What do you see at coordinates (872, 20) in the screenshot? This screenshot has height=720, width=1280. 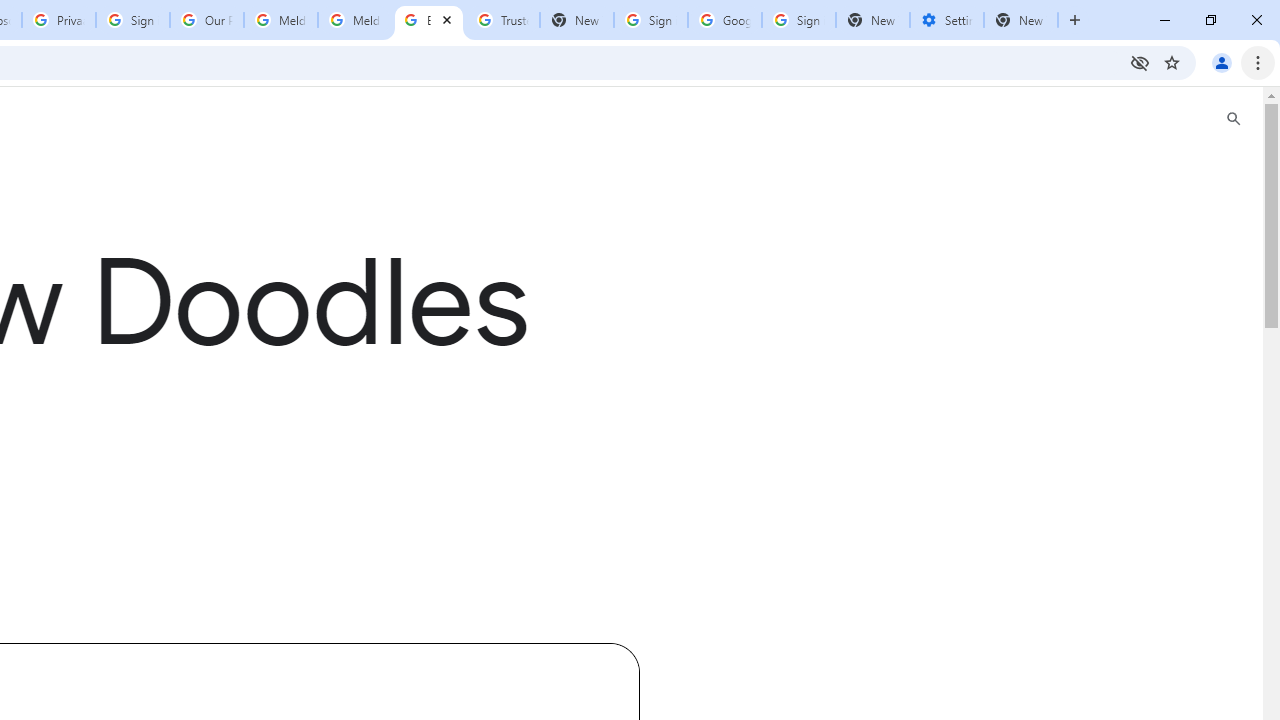 I see `'New Tab'` at bounding box center [872, 20].